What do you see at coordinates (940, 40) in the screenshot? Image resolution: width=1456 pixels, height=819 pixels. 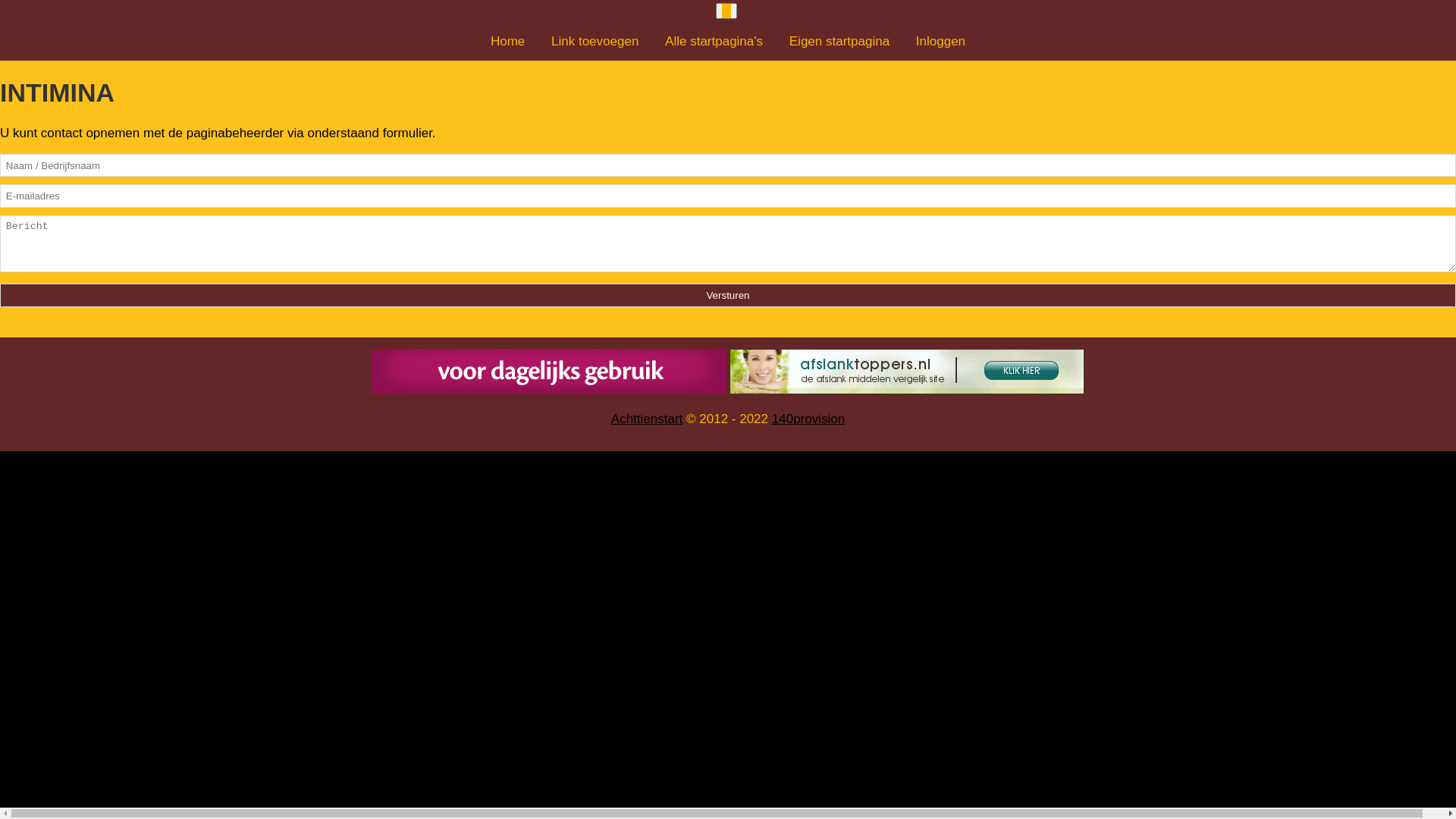 I see `'Inloggen'` at bounding box center [940, 40].